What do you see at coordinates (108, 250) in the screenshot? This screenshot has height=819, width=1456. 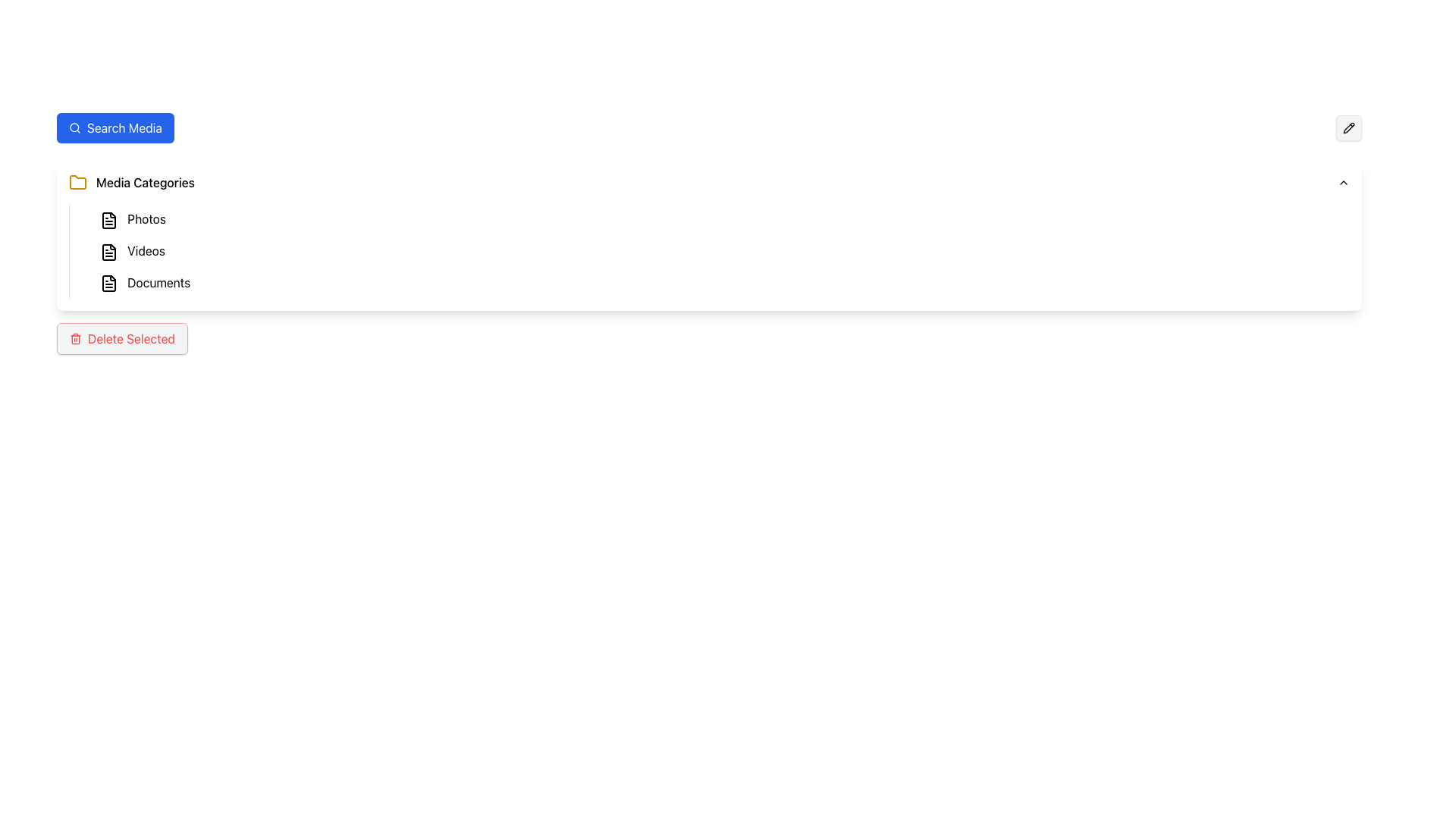 I see `the 'Videos' icon` at bounding box center [108, 250].